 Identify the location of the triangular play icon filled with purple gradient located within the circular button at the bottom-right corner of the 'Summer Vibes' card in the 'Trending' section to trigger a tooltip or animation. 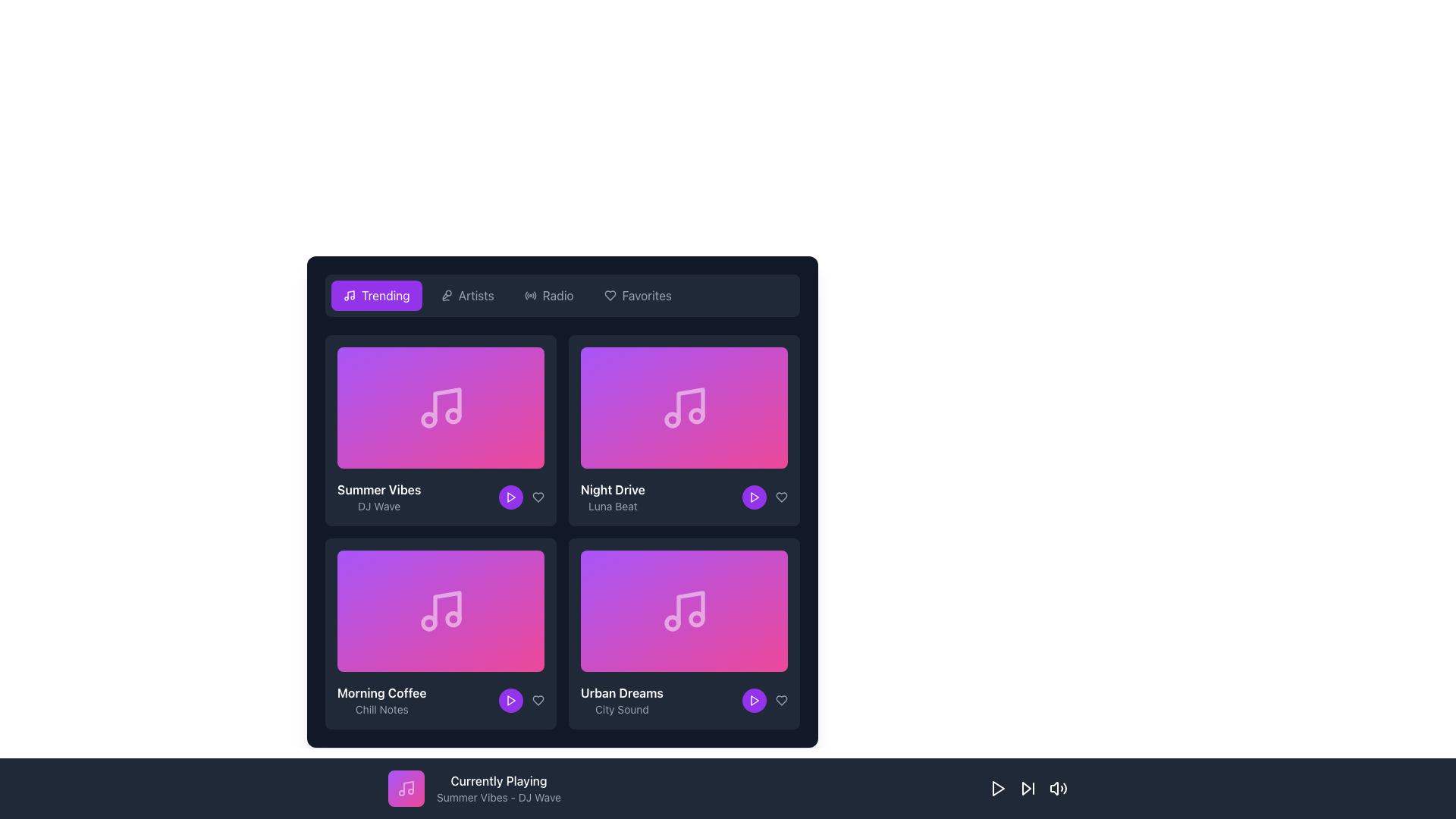
(511, 497).